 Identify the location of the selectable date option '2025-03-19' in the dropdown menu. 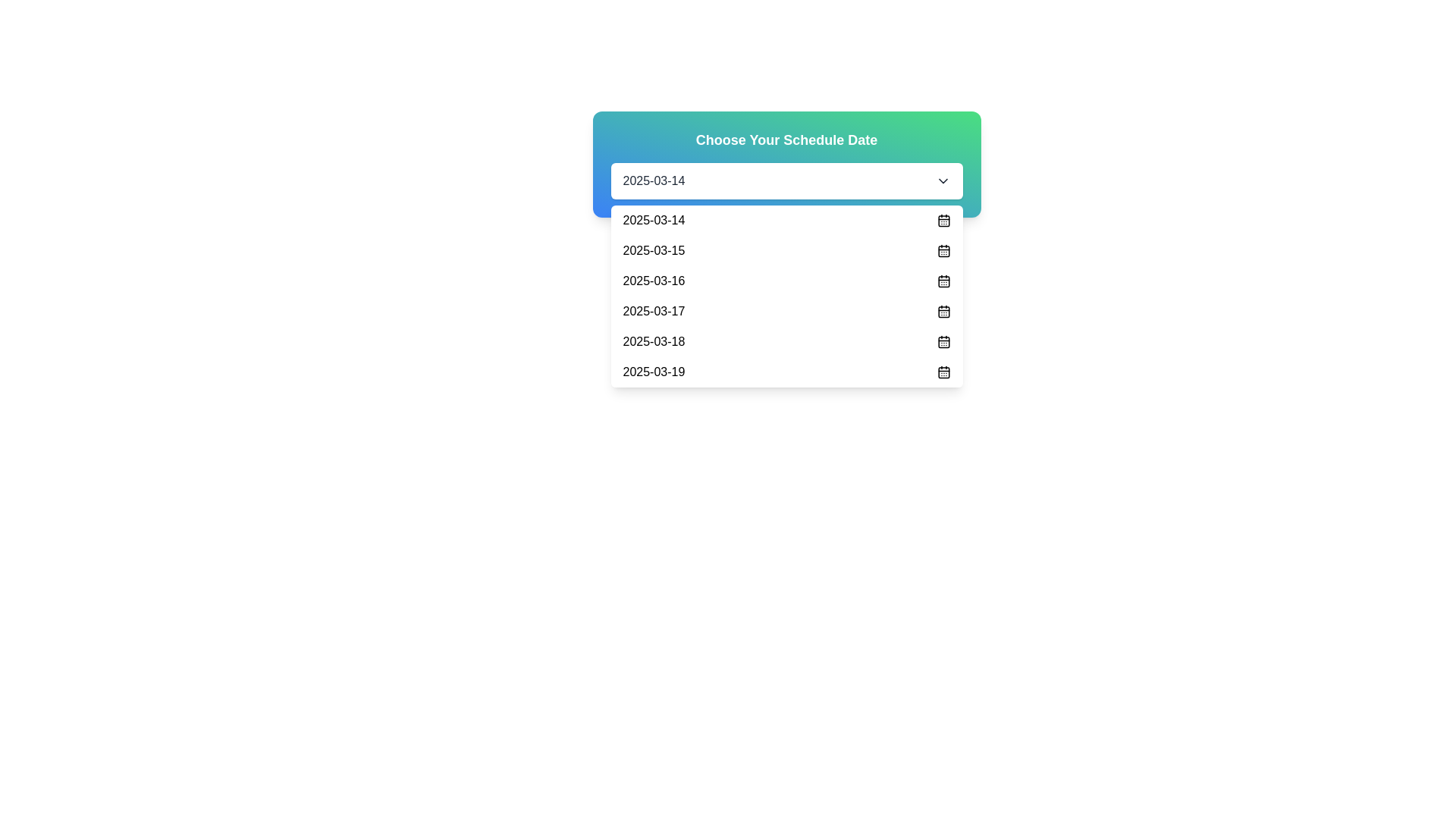
(654, 372).